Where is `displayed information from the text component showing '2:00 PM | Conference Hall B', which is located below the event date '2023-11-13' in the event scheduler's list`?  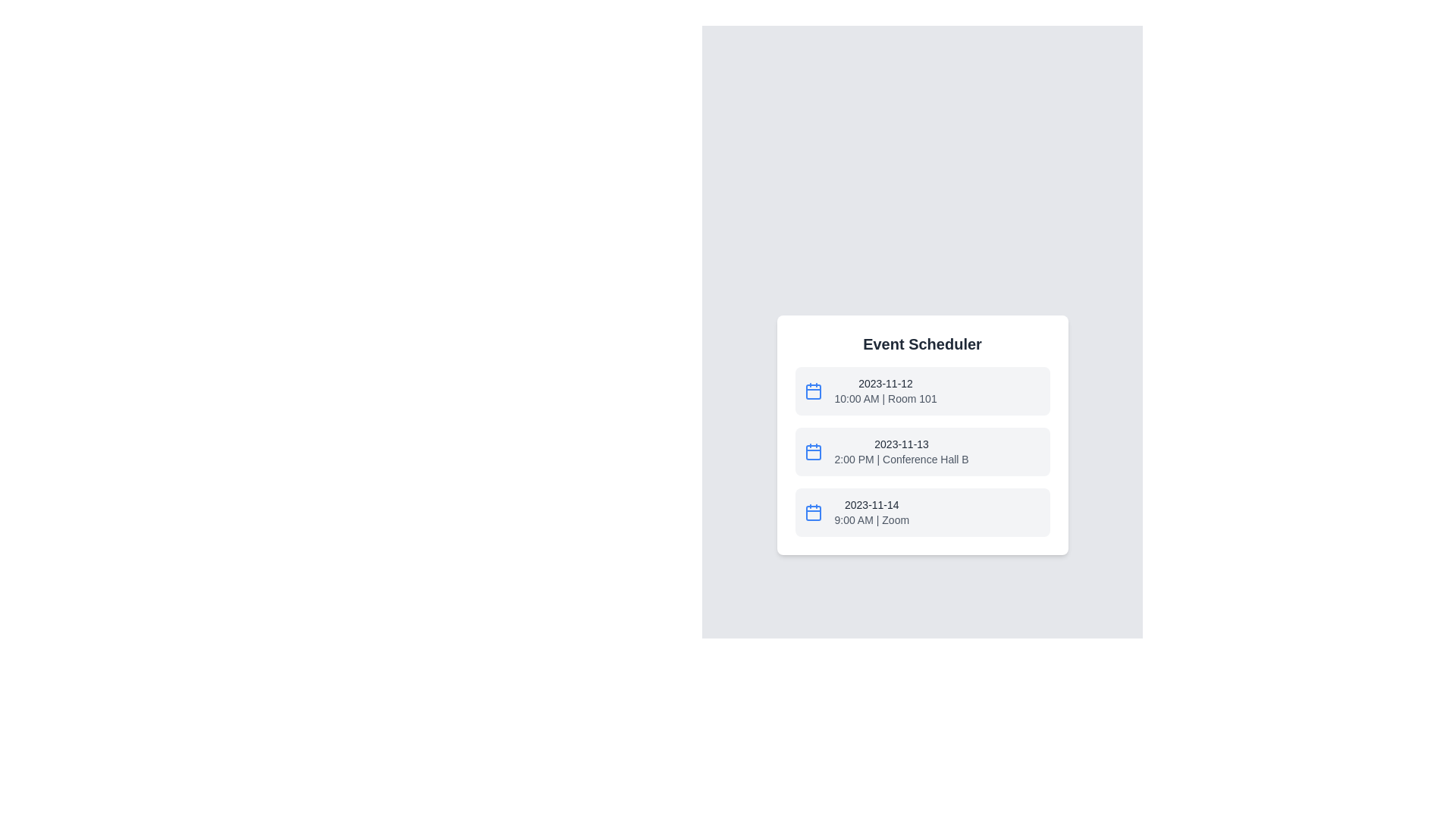
displayed information from the text component showing '2:00 PM | Conference Hall B', which is located below the event date '2023-11-13' in the event scheduler's list is located at coordinates (902, 458).